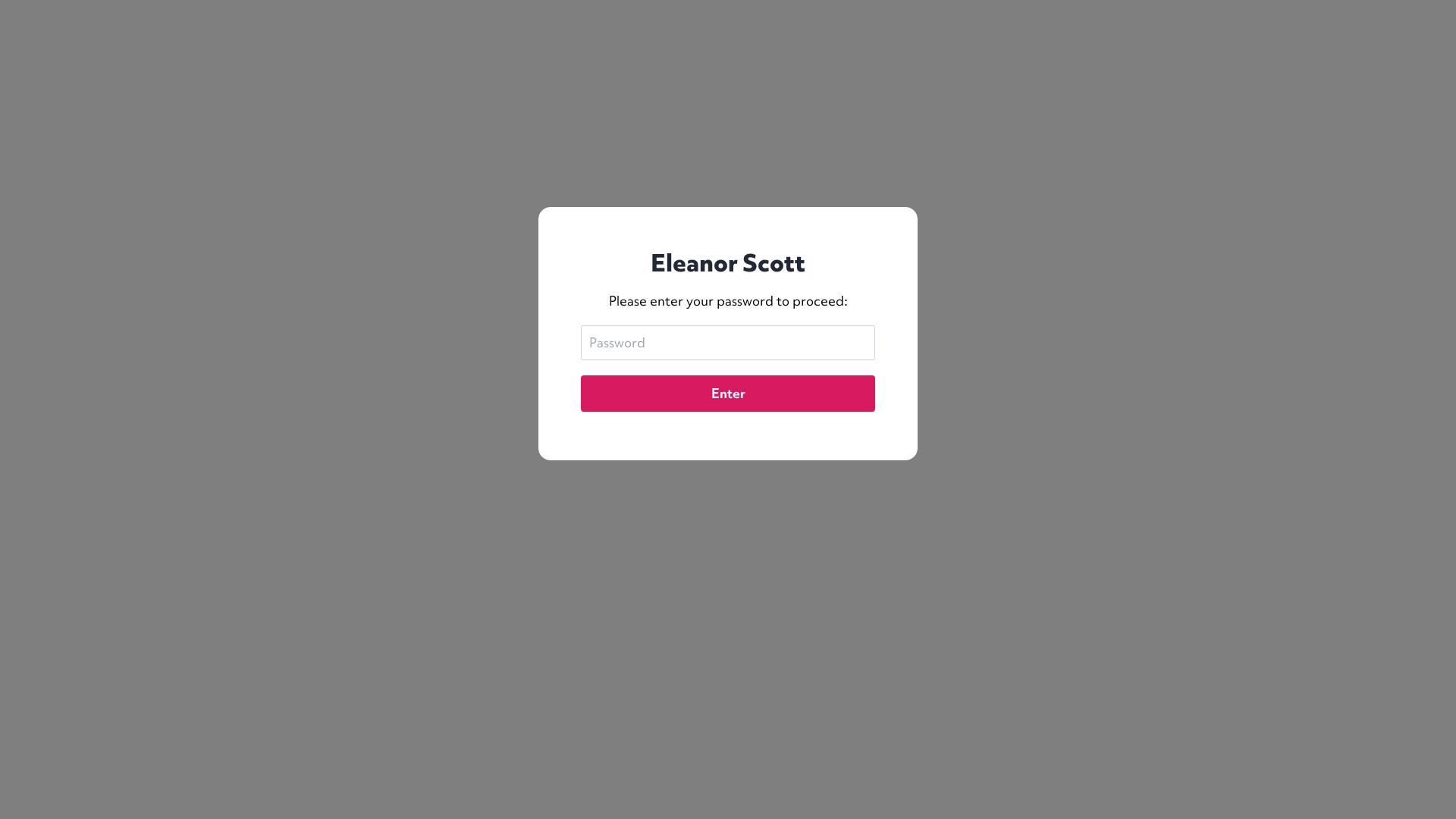 This screenshot has width=1456, height=819. What do you see at coordinates (728, 393) in the screenshot?
I see `'Enter'` at bounding box center [728, 393].